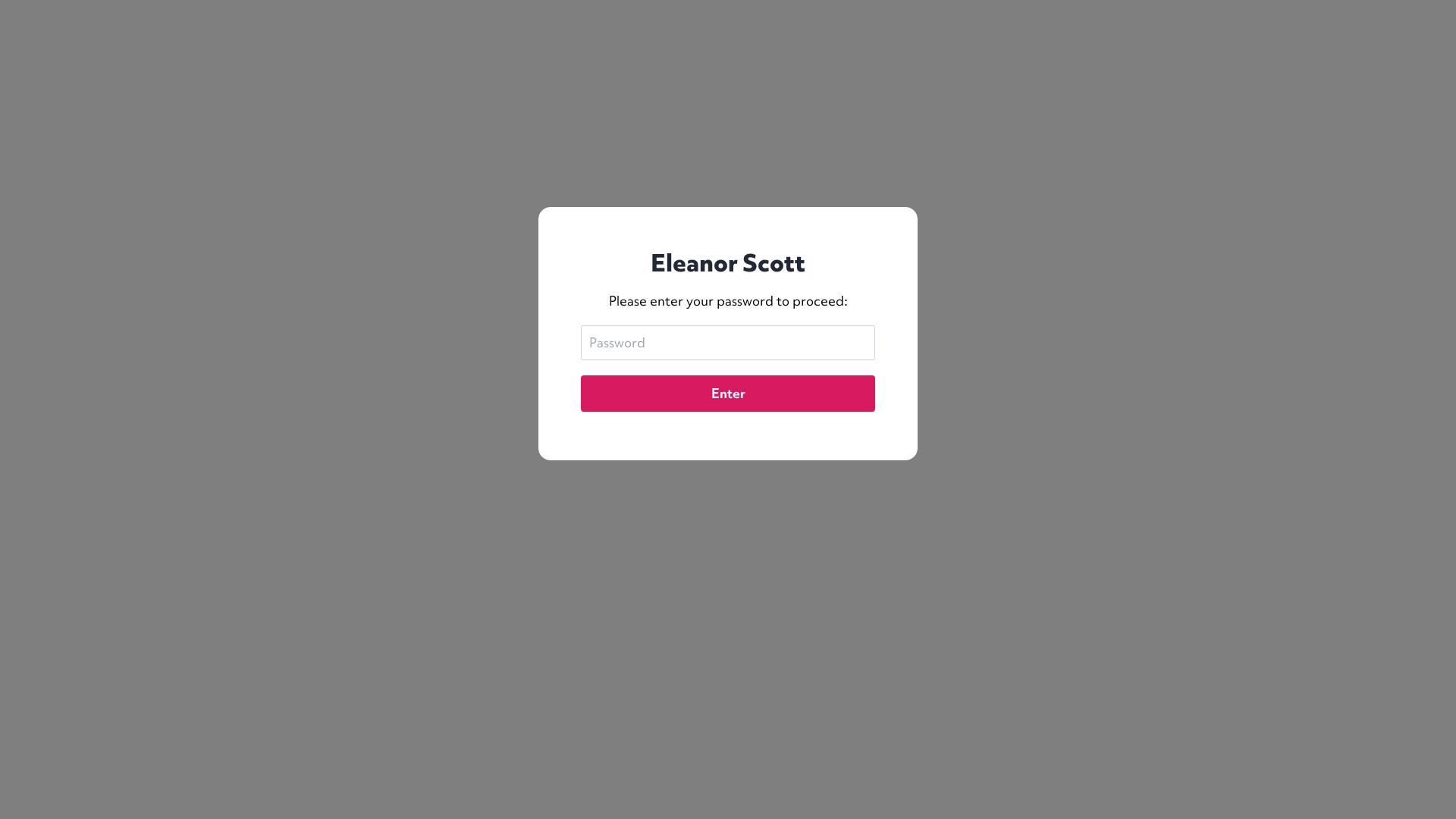 This screenshot has width=1456, height=819. What do you see at coordinates (728, 393) in the screenshot?
I see `'Enter'` at bounding box center [728, 393].